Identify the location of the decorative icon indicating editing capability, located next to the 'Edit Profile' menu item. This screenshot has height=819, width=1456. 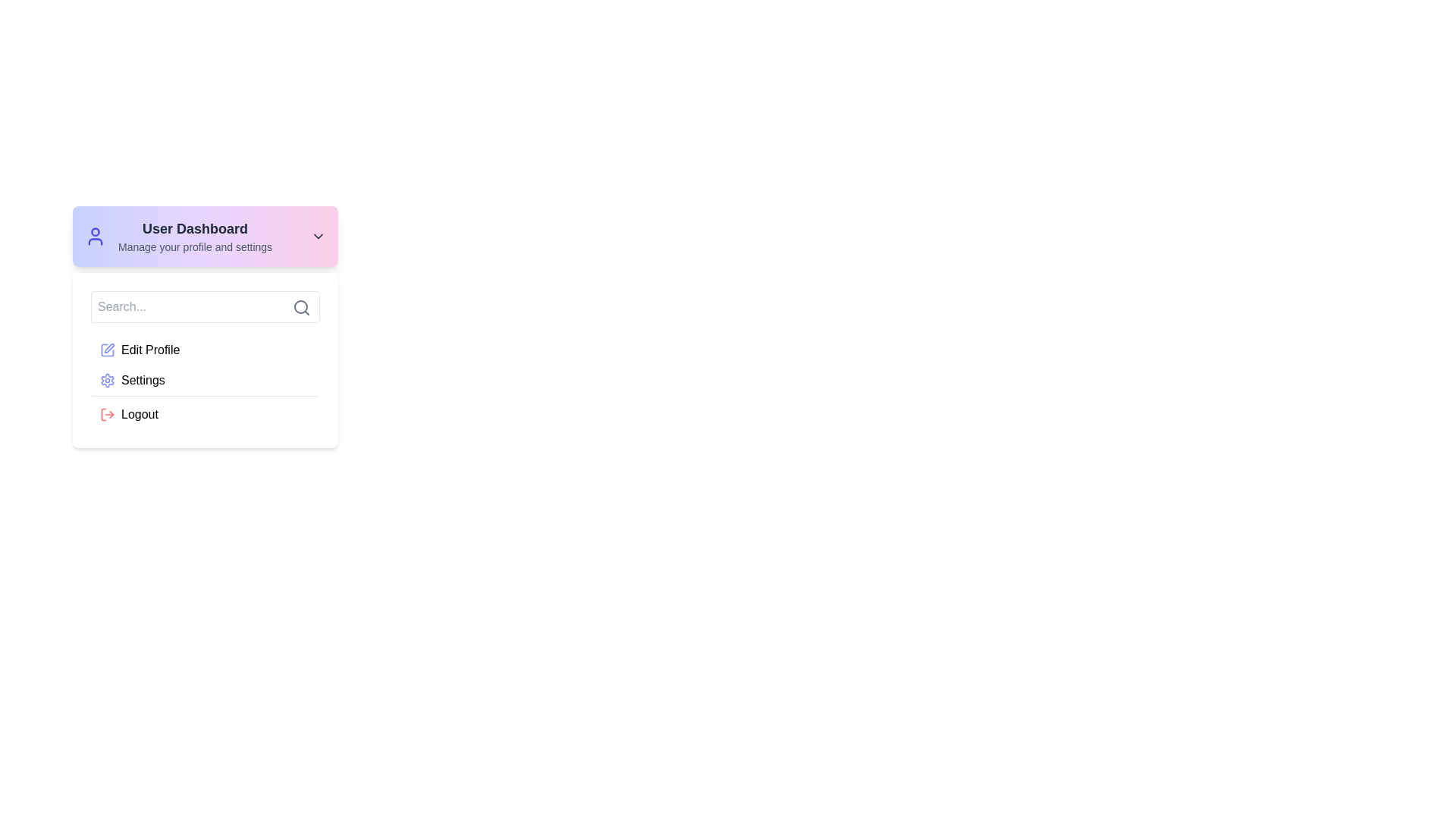
(108, 348).